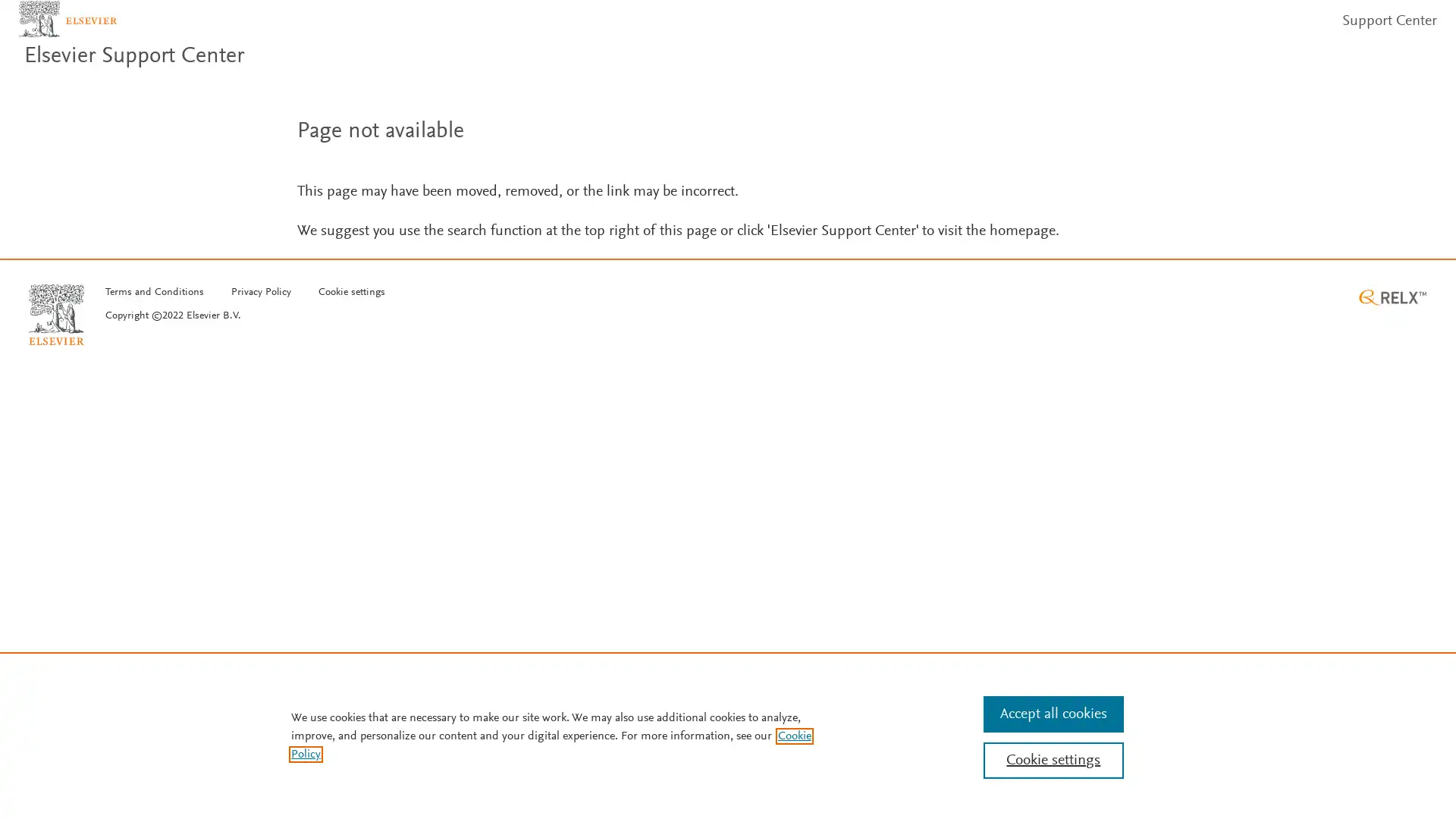 This screenshot has height=819, width=1456. Describe the element at coordinates (1384, 32) in the screenshot. I see `Support Center` at that location.